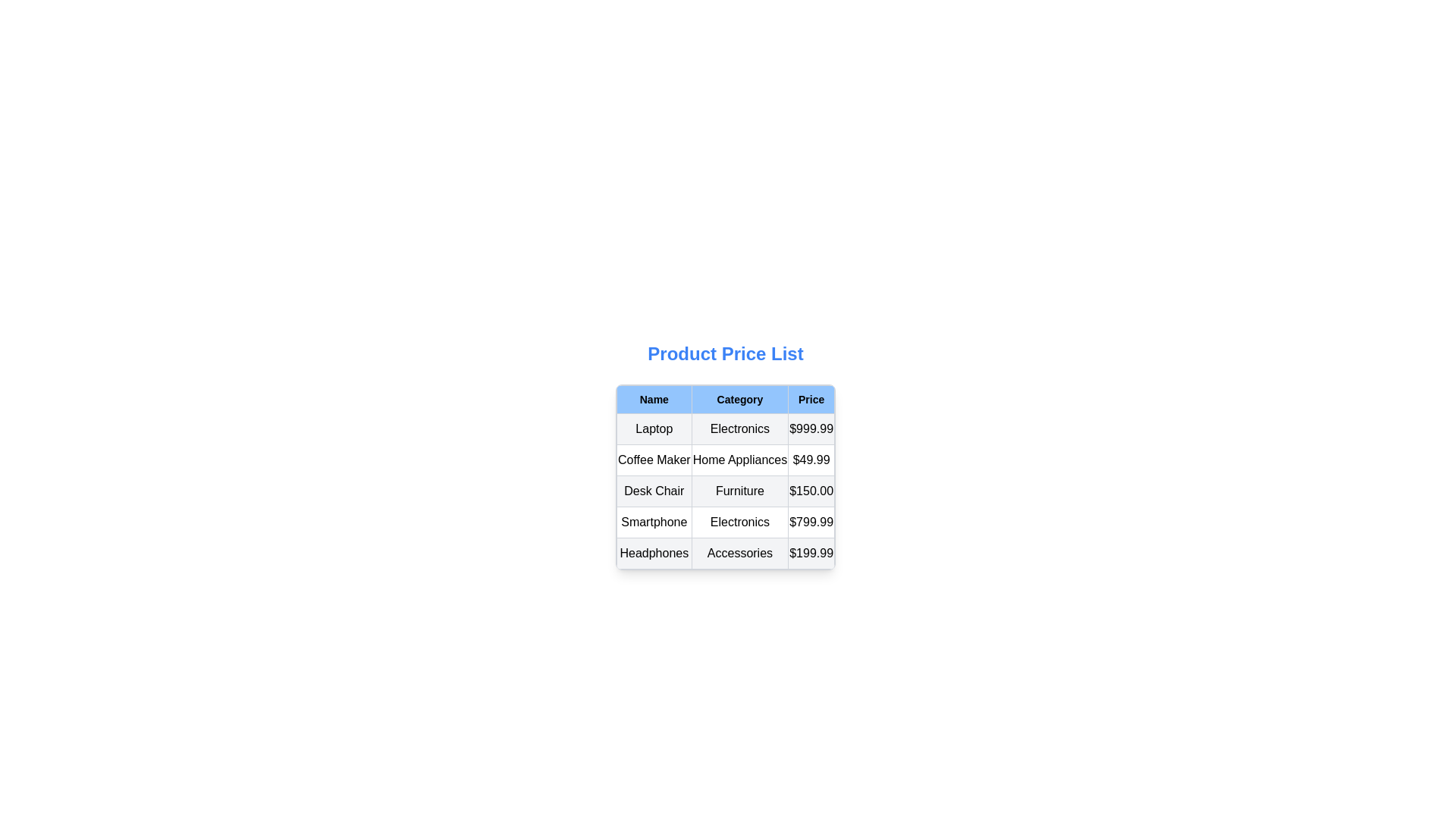 Image resolution: width=1456 pixels, height=819 pixels. Describe the element at coordinates (739, 459) in the screenshot. I see `the text label 'Home Appliances' which is styled with a centered alignment and bordered by a thin gray border within the 'Category' column of the table` at that location.